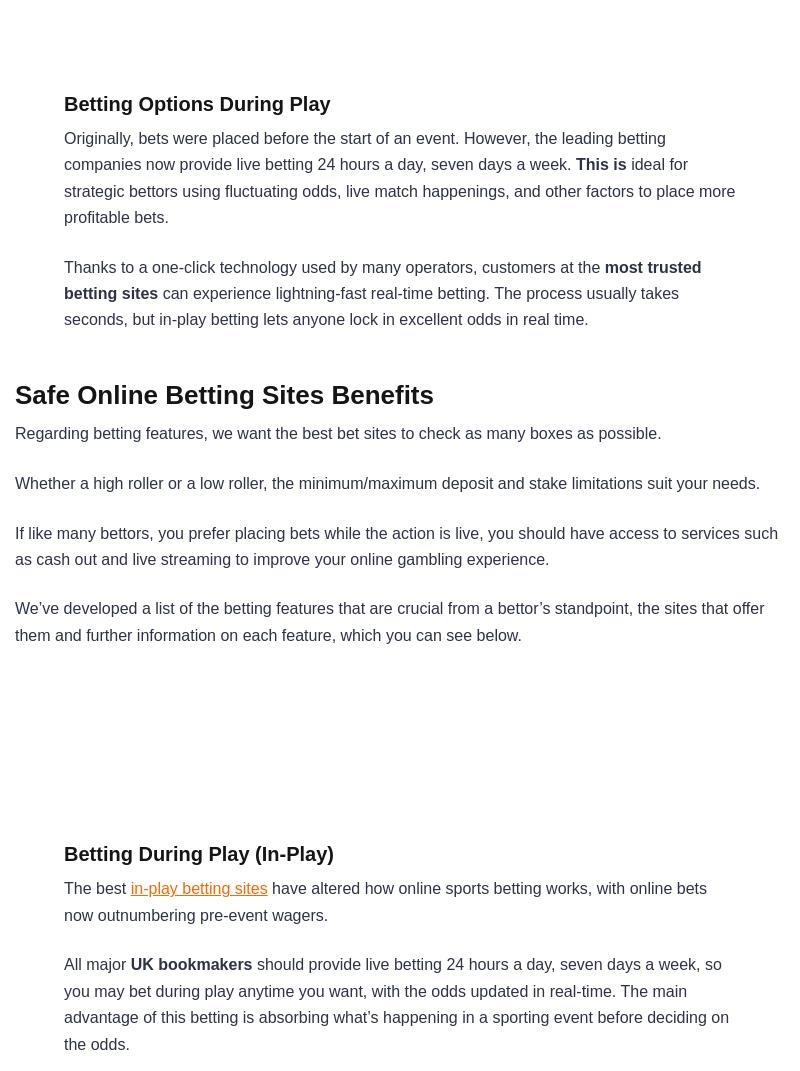 Image resolution: width=800 pixels, height=1071 pixels. I want to click on 'This is', so click(600, 163).